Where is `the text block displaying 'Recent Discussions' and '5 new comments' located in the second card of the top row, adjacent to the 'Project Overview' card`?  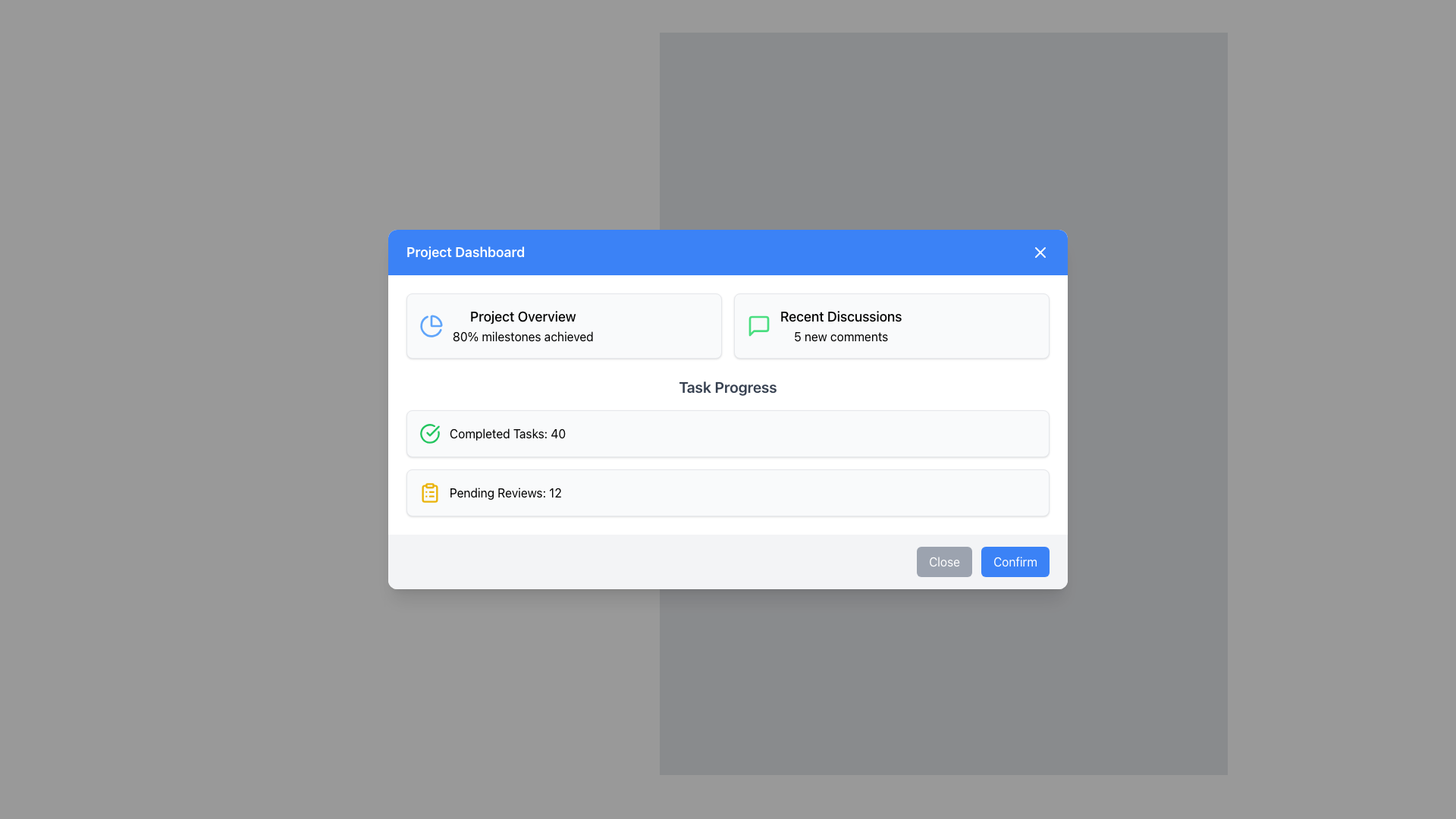 the text block displaying 'Recent Discussions' and '5 new comments' located in the second card of the top row, adjacent to the 'Project Overview' card is located at coordinates (840, 325).